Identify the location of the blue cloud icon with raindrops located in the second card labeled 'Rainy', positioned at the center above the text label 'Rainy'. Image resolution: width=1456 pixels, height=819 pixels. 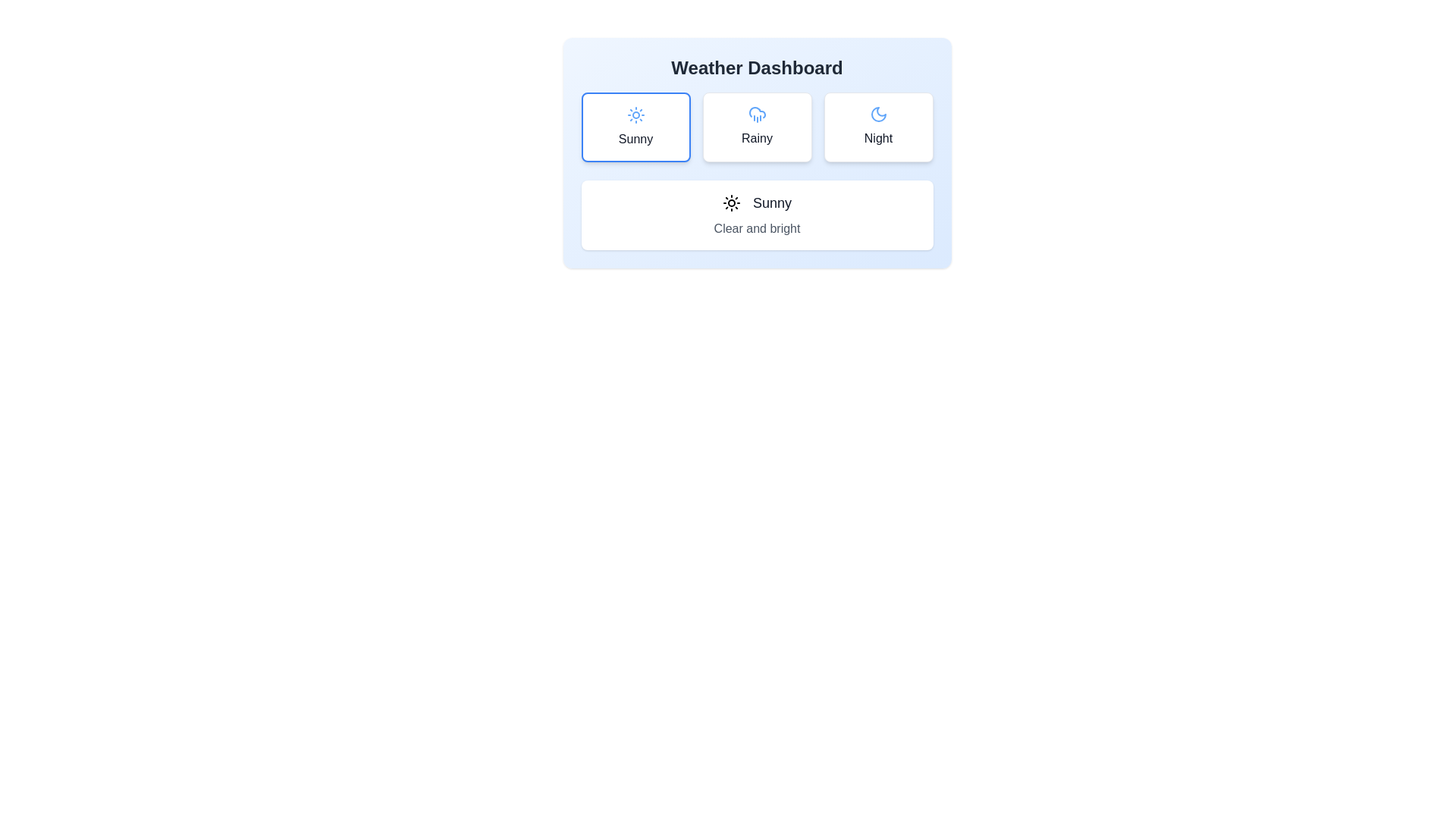
(757, 113).